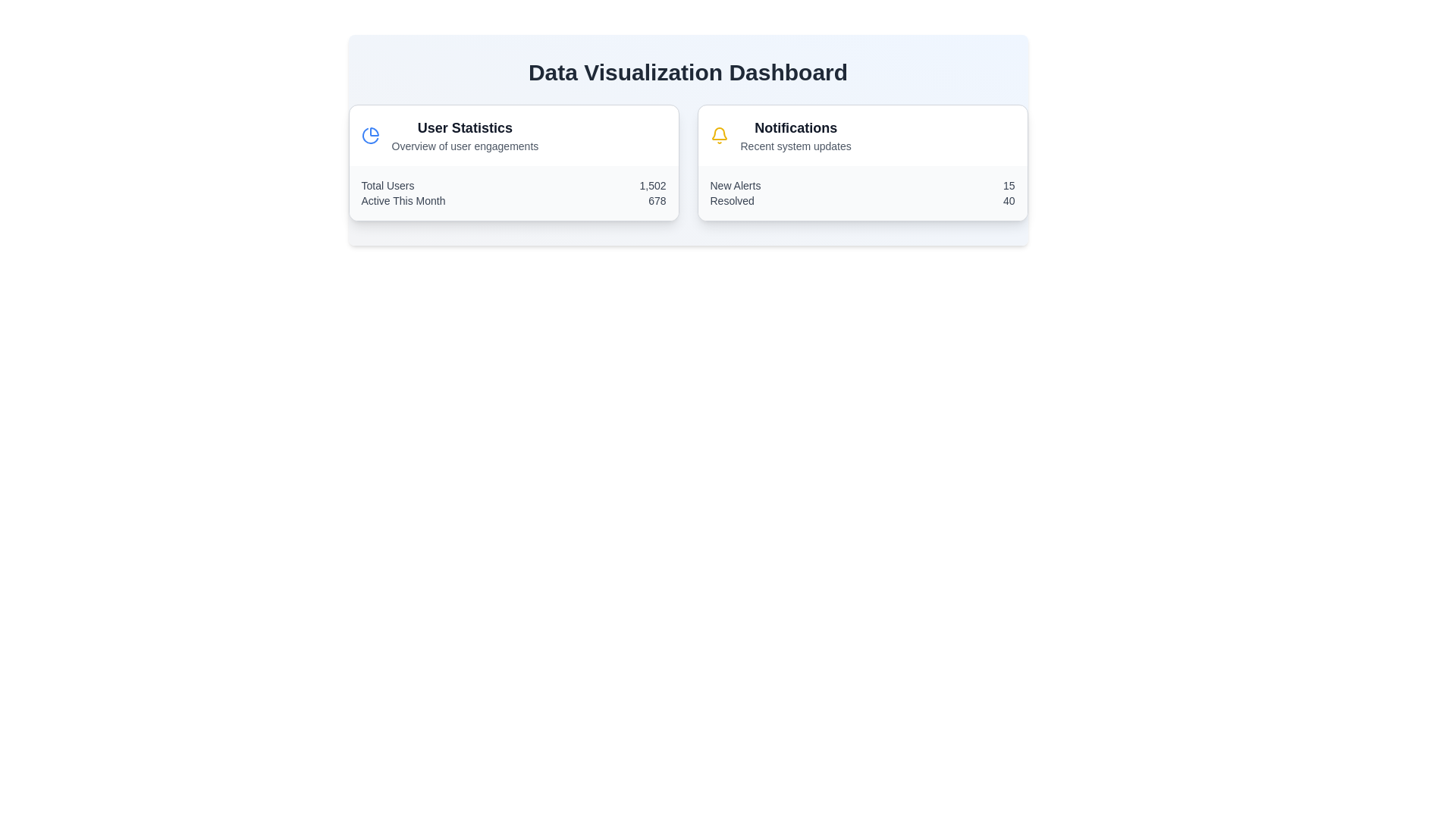 Image resolution: width=1456 pixels, height=819 pixels. I want to click on the dashboard card for User Statistics to view details, so click(513, 163).